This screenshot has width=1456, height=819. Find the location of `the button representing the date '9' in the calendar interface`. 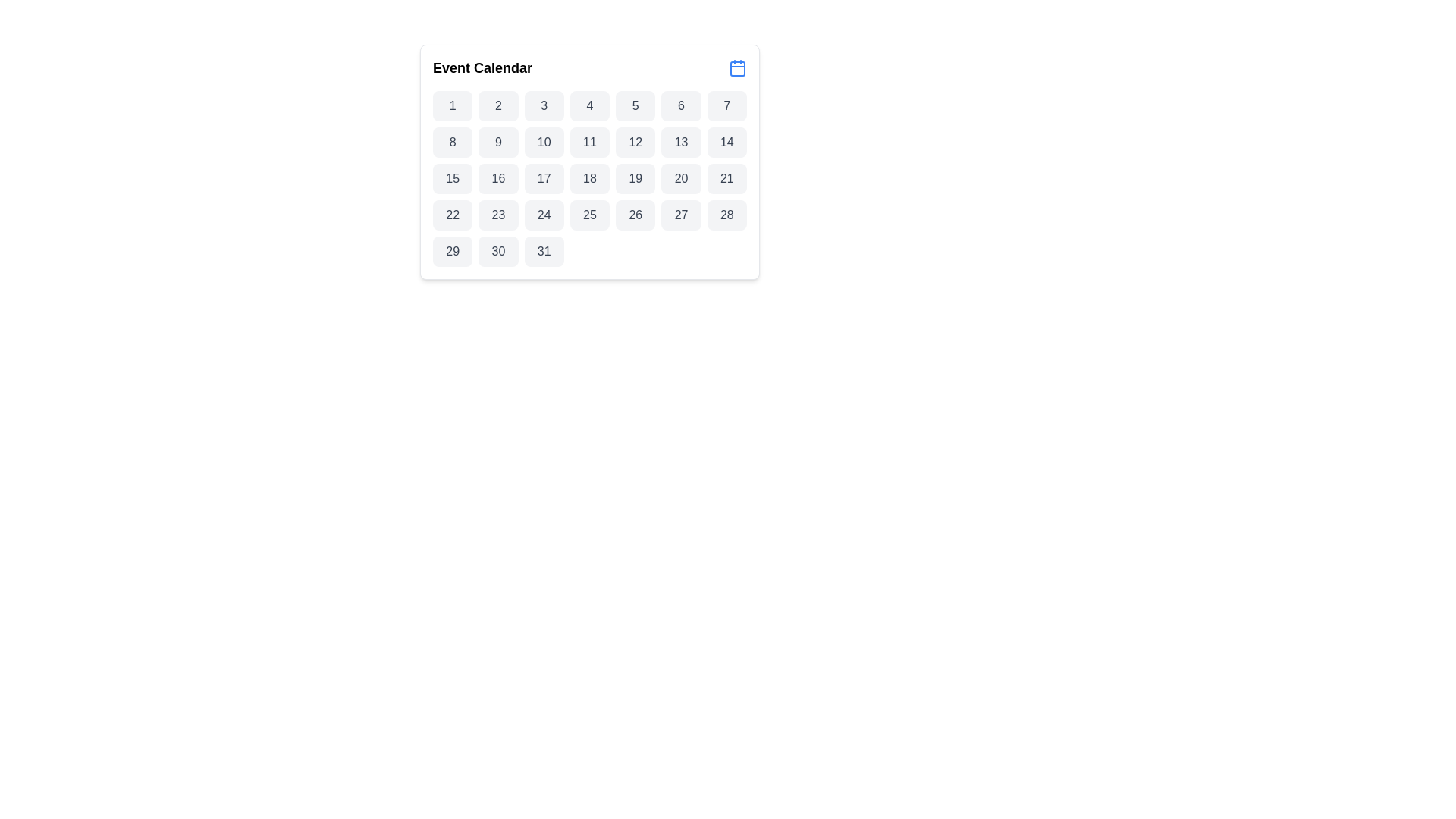

the button representing the date '9' in the calendar interface is located at coordinates (498, 143).